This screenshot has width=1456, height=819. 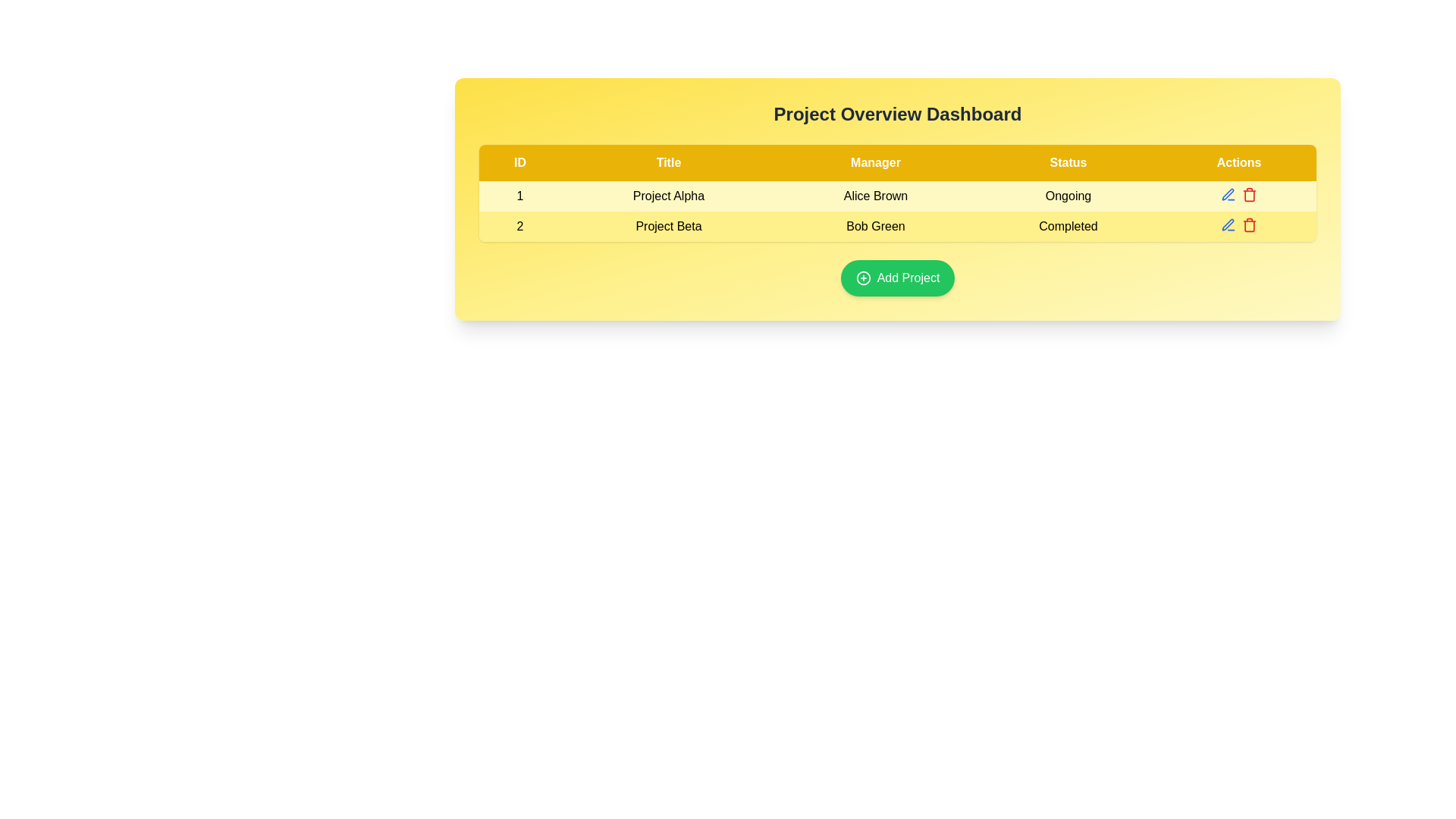 I want to click on the Edit button icon located in the 'Actions' column of the second row of a table within a card styled with a light yellow background to possibly display a tooltip, so click(x=1228, y=194).